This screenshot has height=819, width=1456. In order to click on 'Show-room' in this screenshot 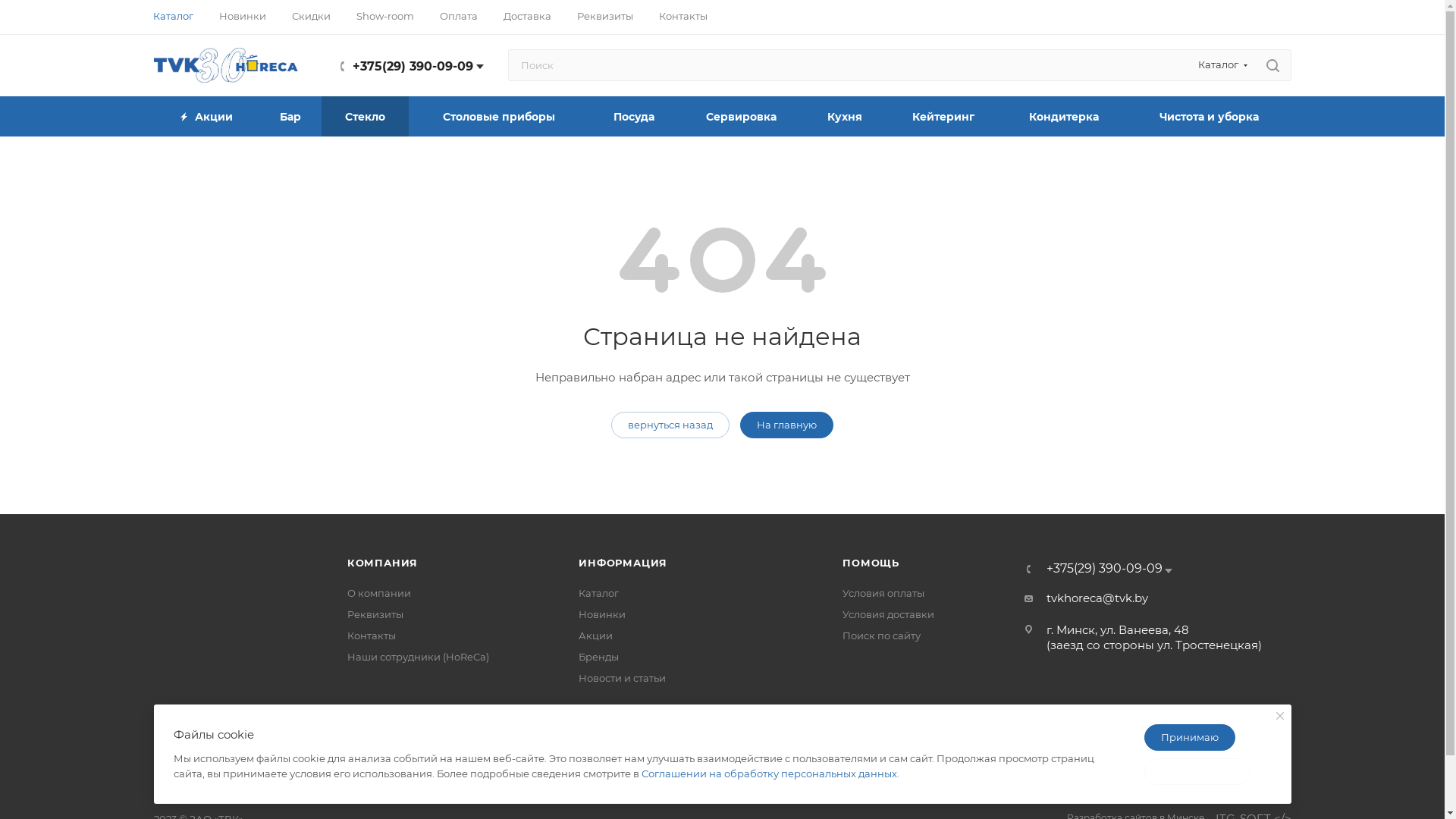, I will do `click(385, 15)`.